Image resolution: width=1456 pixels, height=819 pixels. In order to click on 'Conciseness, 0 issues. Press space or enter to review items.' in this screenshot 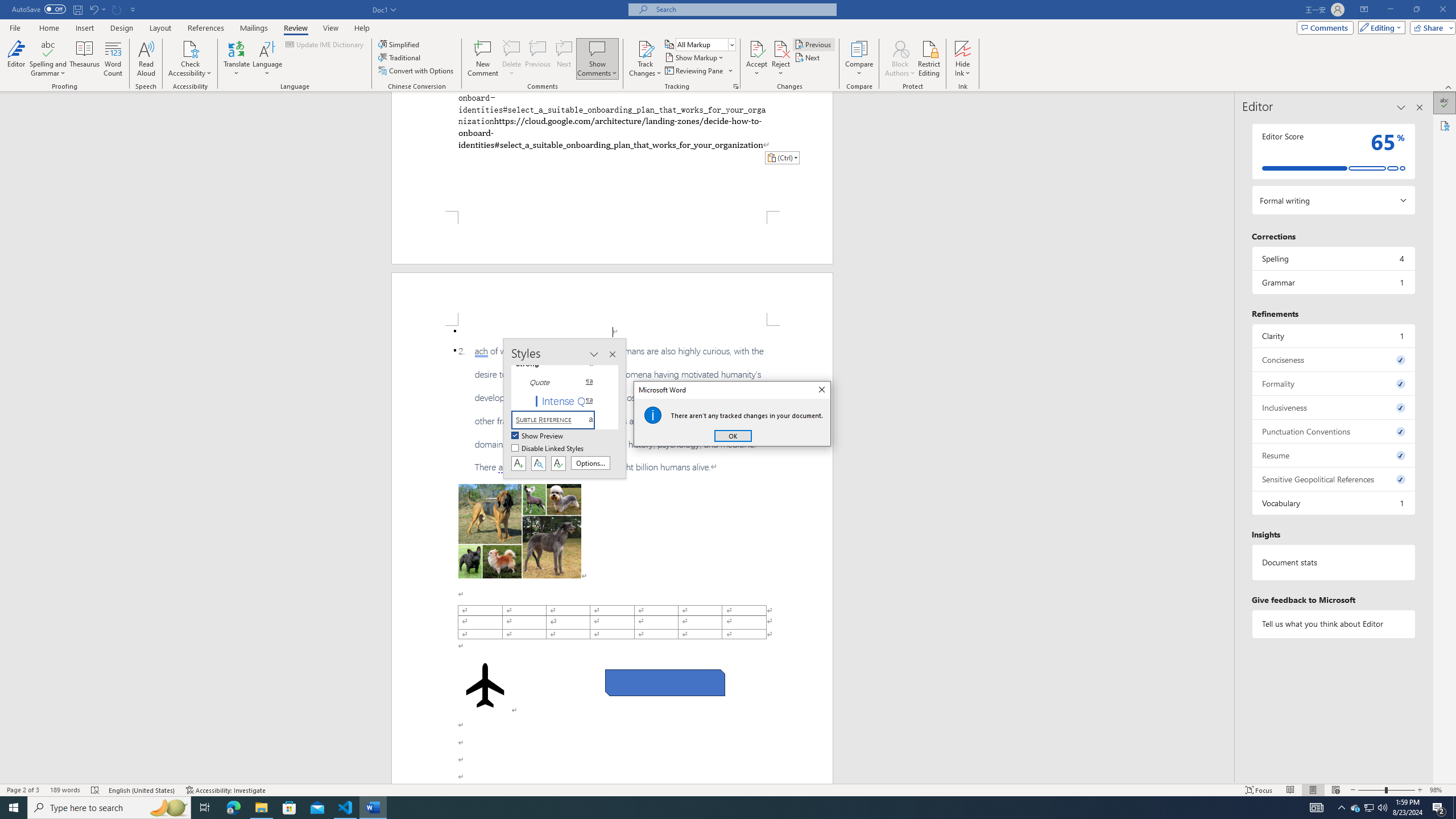, I will do `click(1333, 359)`.